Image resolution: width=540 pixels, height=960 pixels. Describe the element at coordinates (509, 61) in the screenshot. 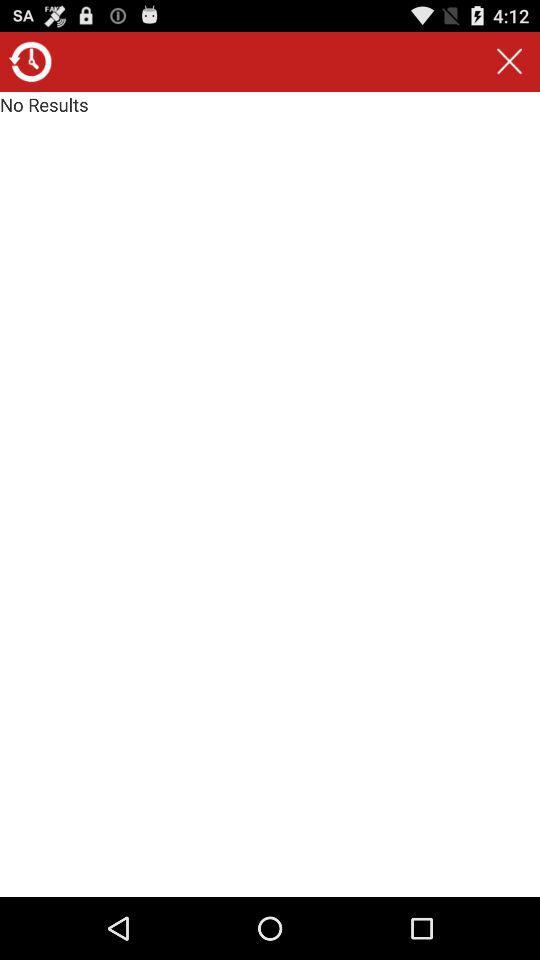

I see `screen` at that location.